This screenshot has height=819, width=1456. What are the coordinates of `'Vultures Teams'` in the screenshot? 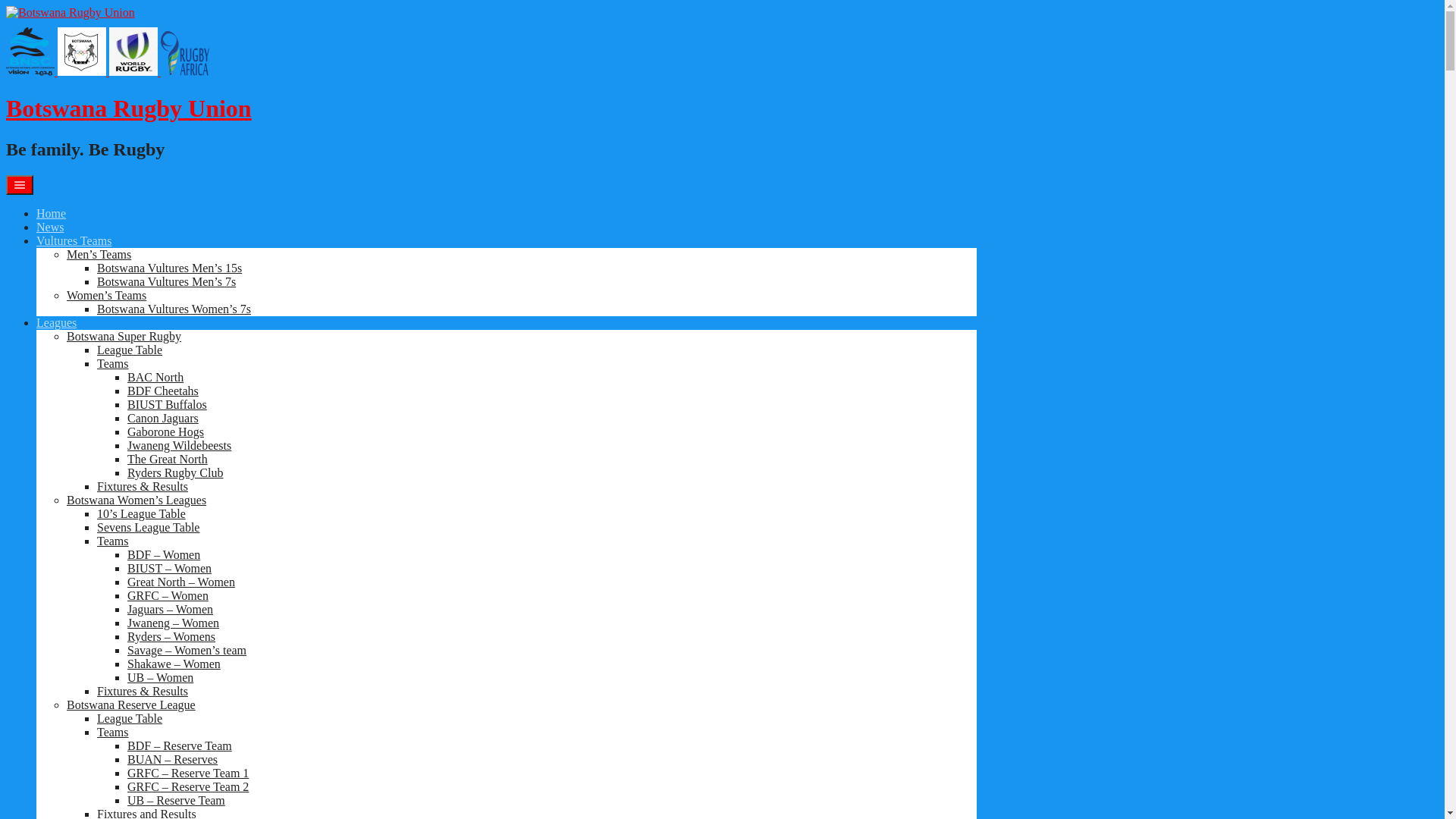 It's located at (36, 240).